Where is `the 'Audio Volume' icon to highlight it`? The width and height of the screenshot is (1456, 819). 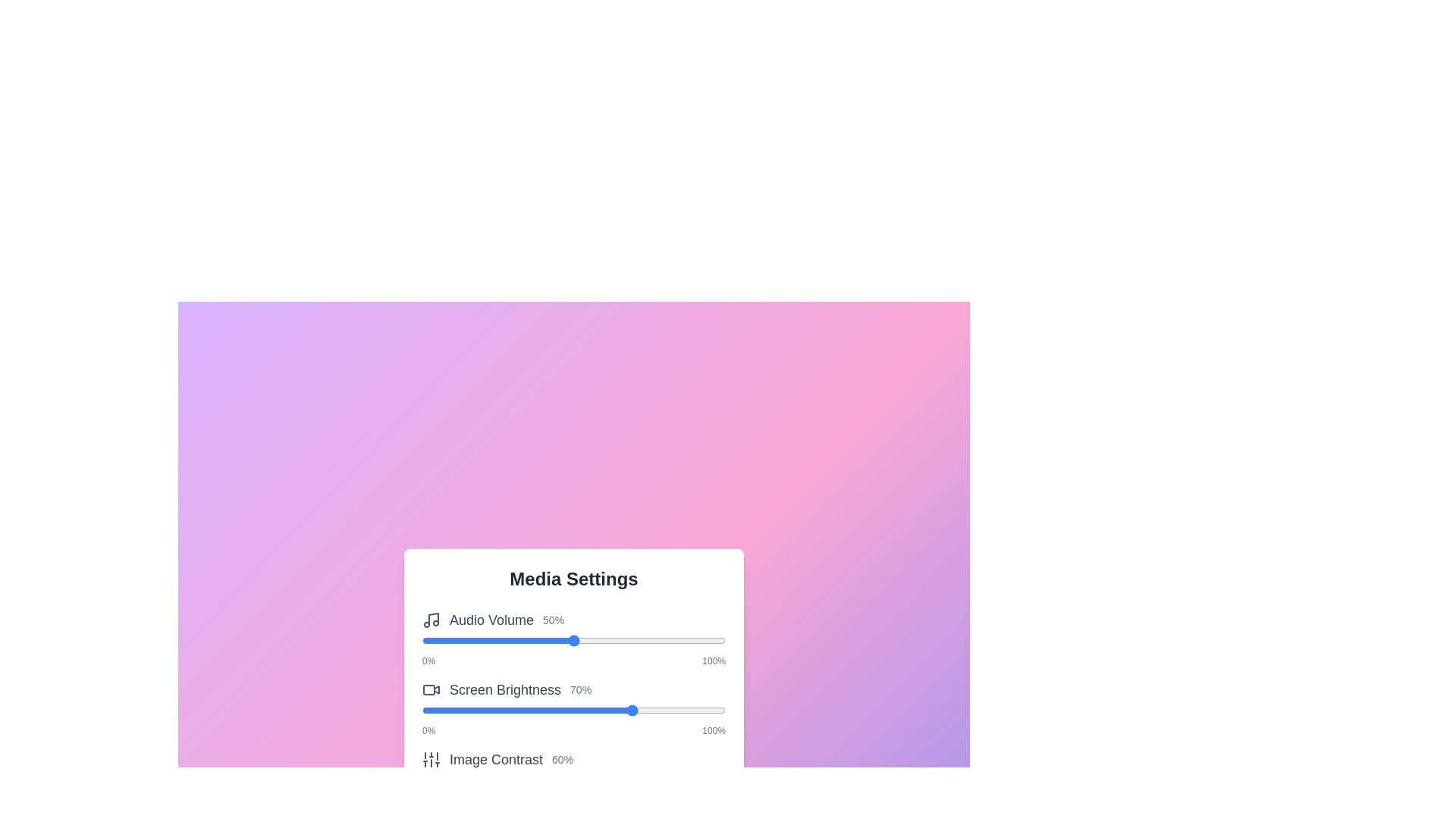
the 'Audio Volume' icon to highlight it is located at coordinates (431, 620).